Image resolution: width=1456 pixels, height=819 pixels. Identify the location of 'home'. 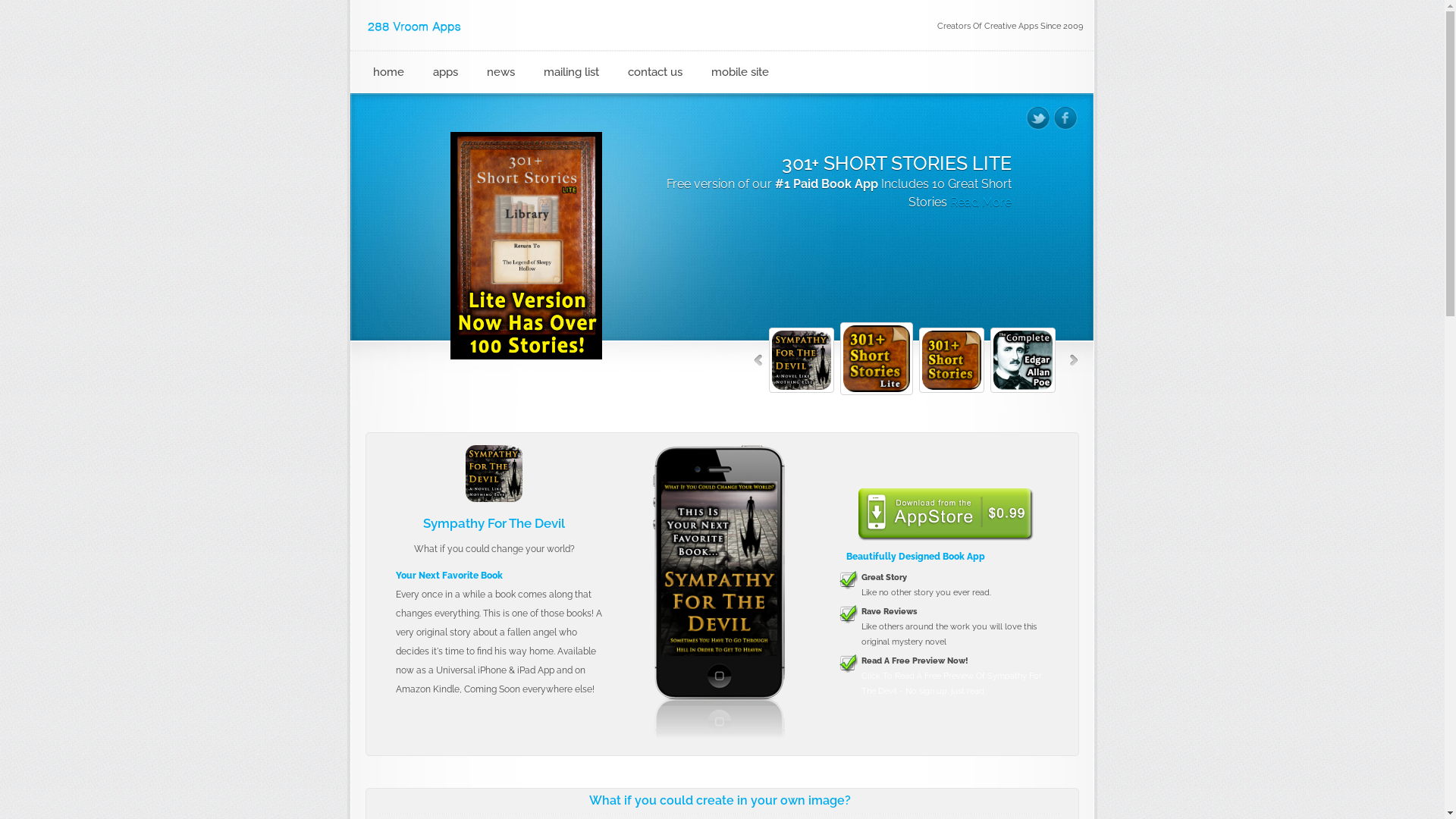
(366, 72).